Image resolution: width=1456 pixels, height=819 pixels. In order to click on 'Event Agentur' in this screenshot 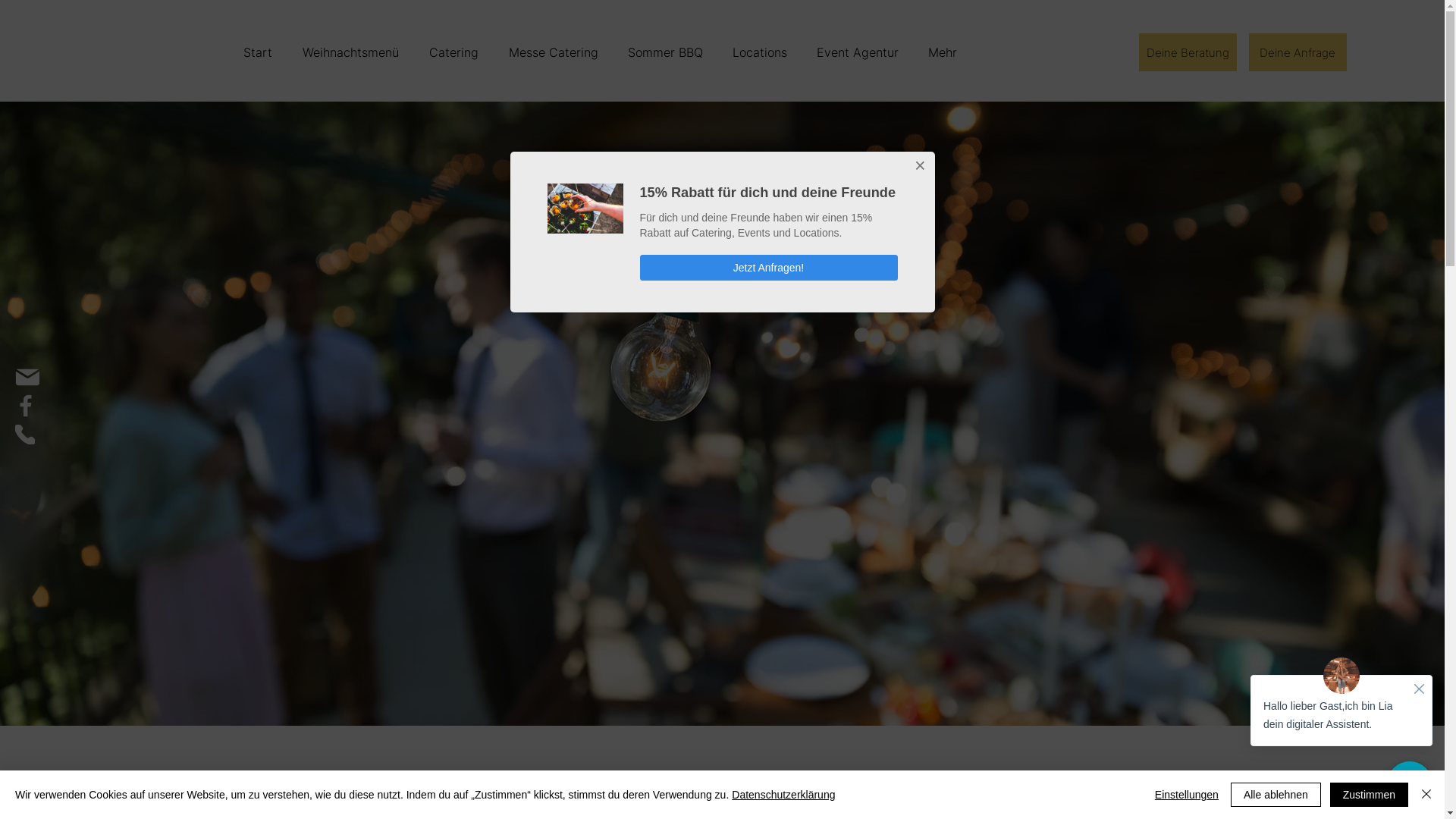, I will do `click(856, 52)`.